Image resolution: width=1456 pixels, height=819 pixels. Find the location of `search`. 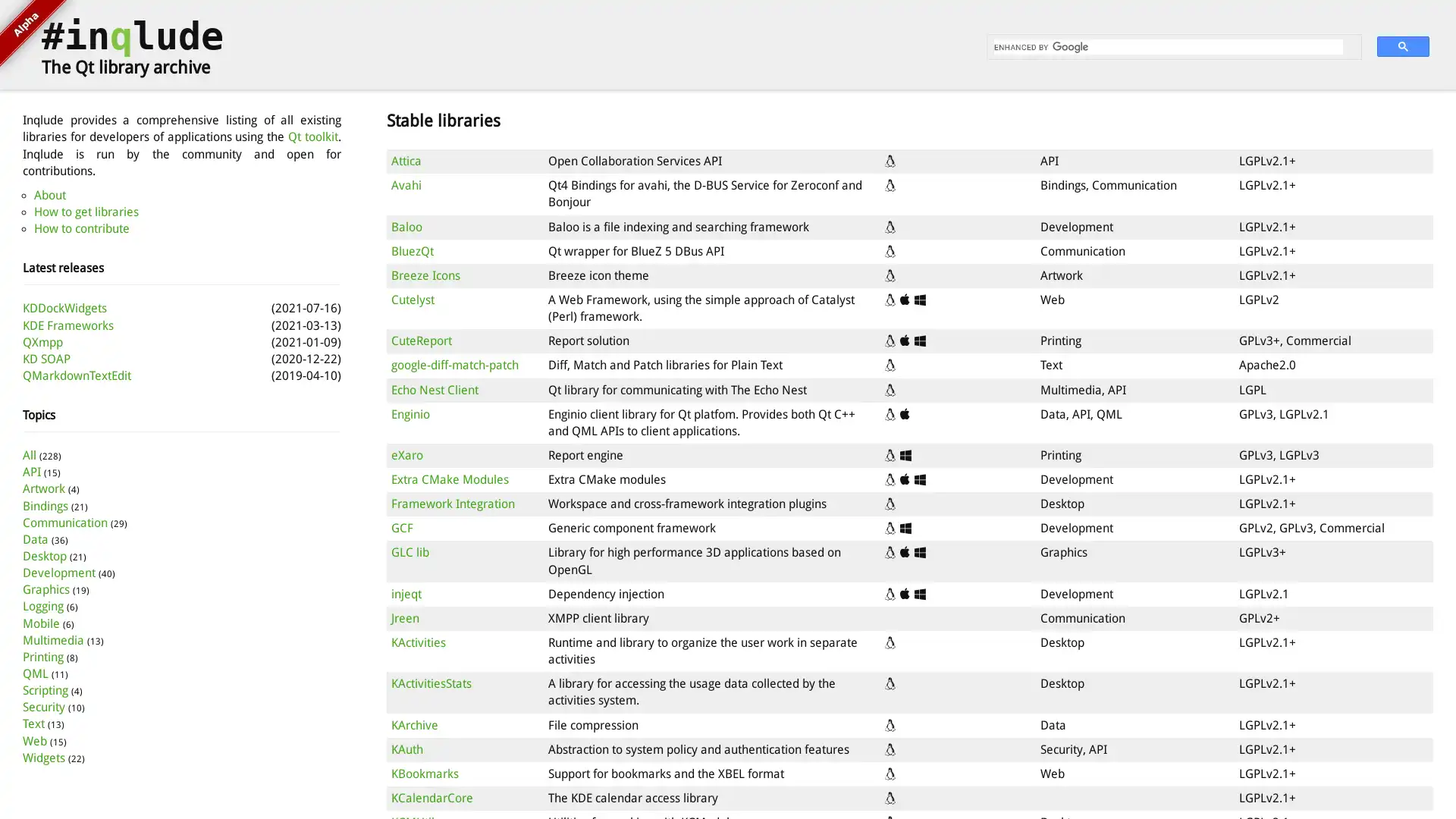

search is located at coordinates (1402, 45).